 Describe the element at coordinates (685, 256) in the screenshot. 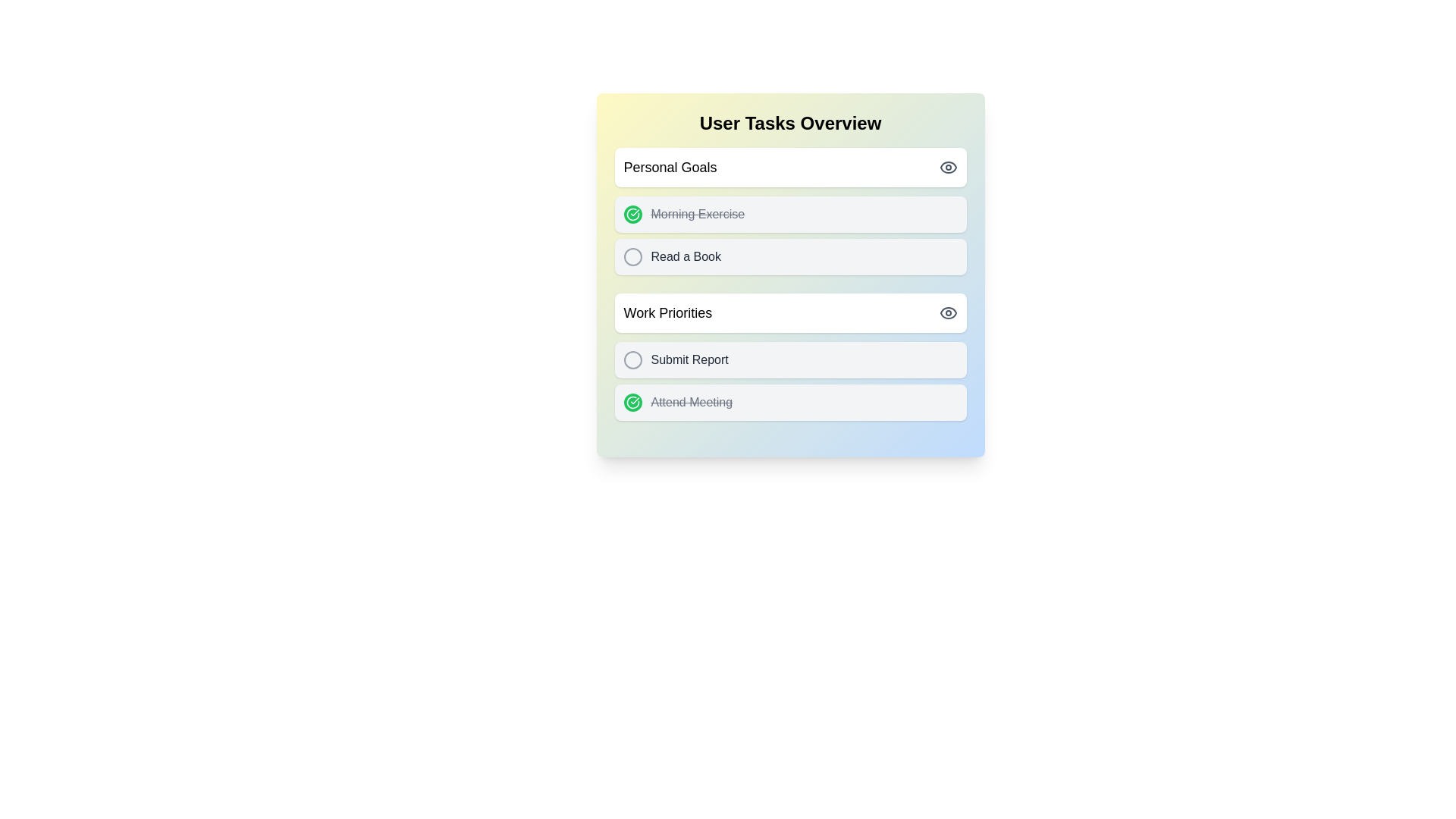

I see `the text label associated with the checkbox that describes the task under 'Personal Goals', specifically the second item in the list located below 'Morning Exercise'` at that location.